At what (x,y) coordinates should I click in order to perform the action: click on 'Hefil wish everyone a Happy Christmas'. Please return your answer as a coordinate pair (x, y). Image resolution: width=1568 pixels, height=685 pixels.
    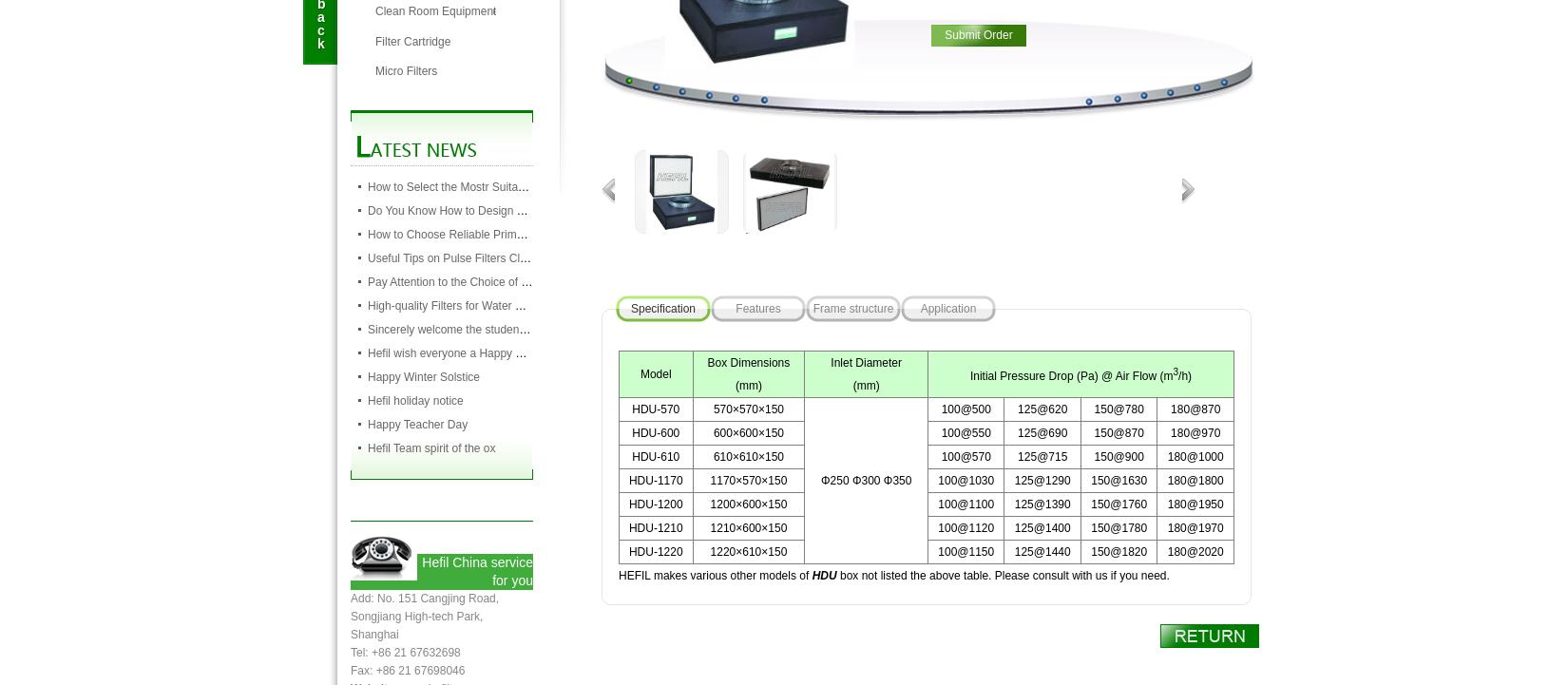
    Looking at the image, I should click on (367, 352).